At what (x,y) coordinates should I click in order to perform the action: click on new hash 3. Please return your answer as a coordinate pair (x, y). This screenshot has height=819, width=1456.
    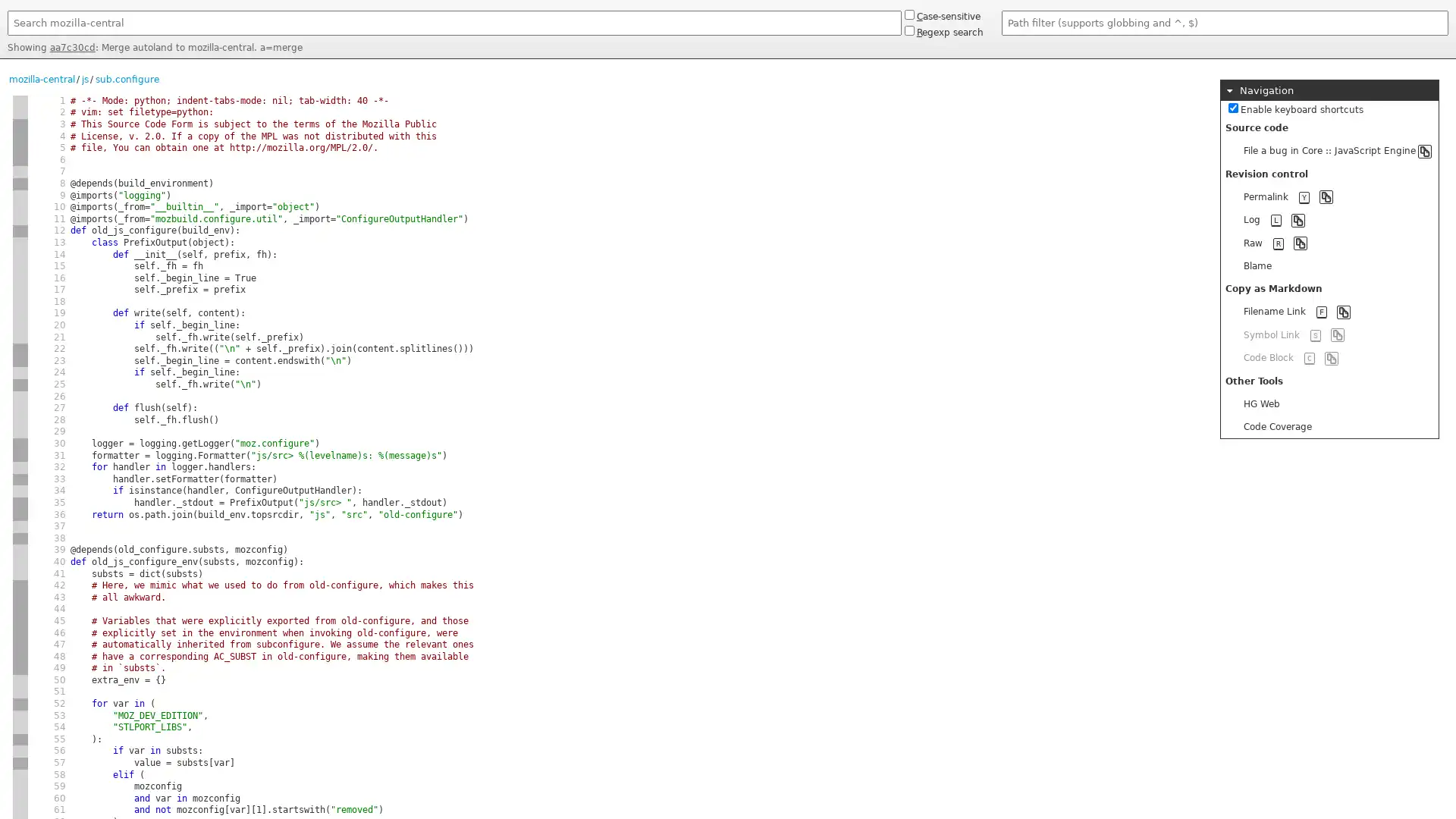
    Looking at the image, I should click on (20, 503).